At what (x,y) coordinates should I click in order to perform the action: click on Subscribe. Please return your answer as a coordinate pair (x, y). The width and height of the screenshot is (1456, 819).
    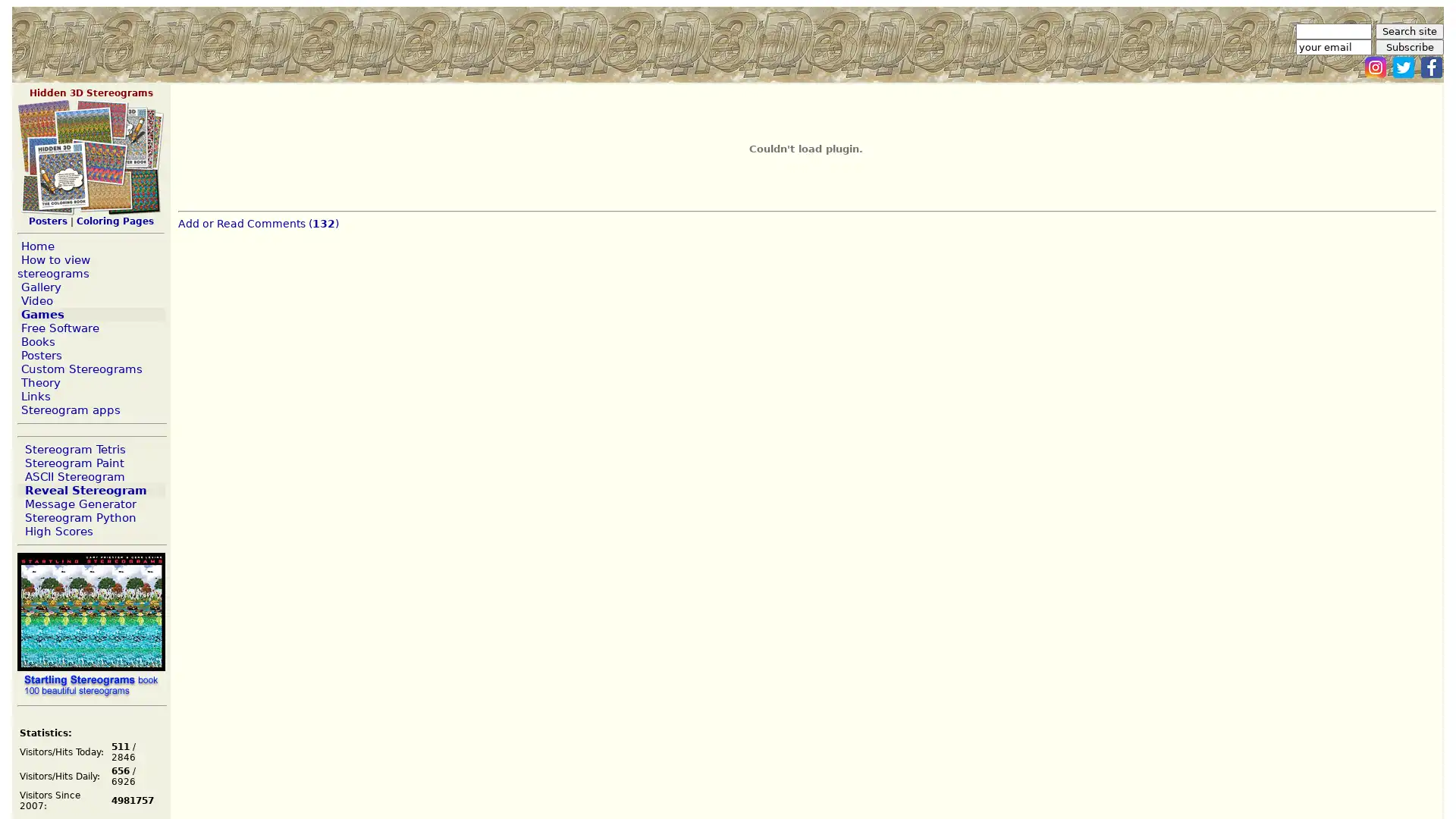
    Looking at the image, I should click on (1408, 46).